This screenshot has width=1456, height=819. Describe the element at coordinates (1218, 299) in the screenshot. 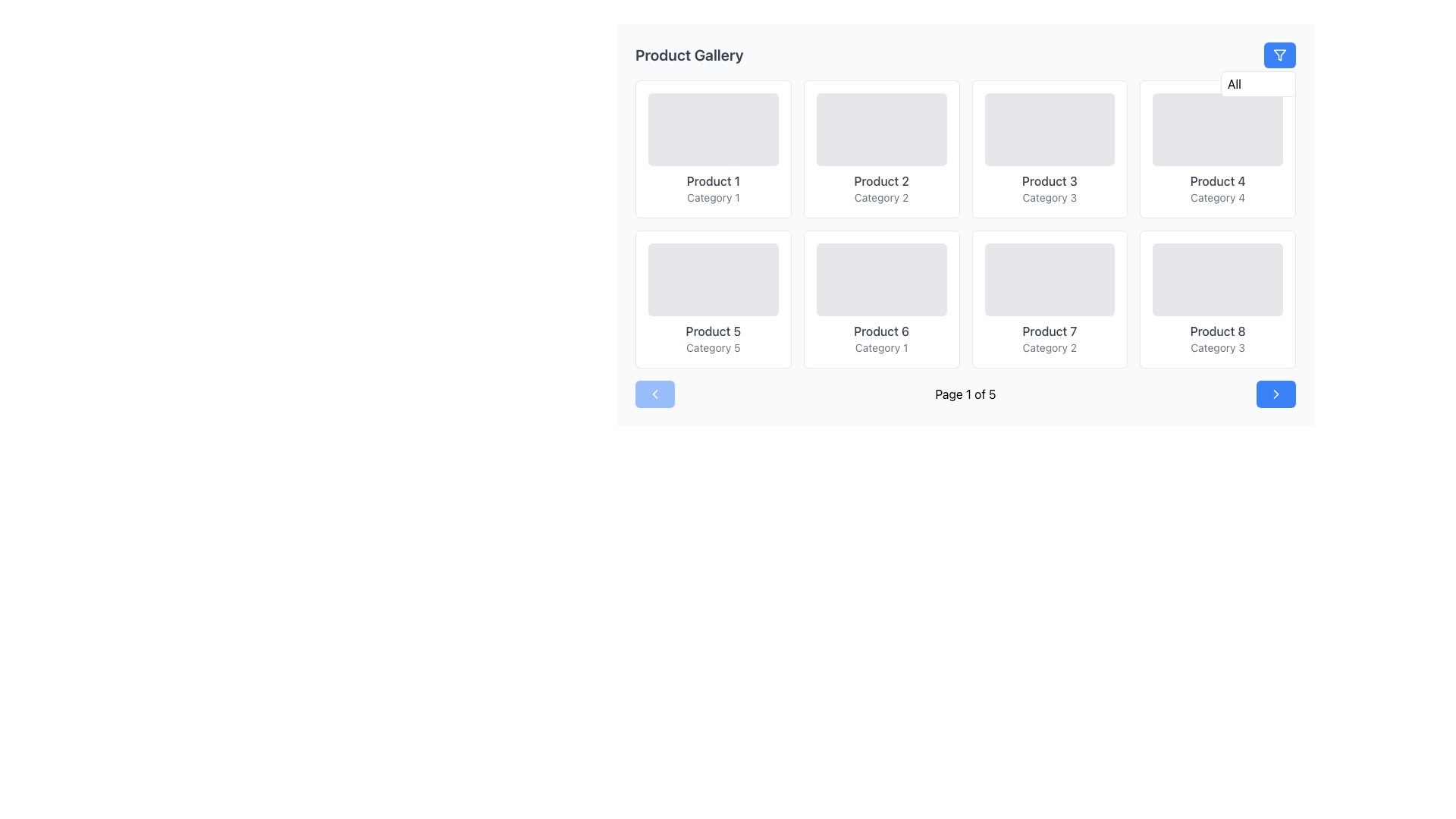

I see `the rectangular card with a white background and rounded border, which contains 'Product 8' and 'Category 3', located in the second row, fourth column of the grid` at that location.